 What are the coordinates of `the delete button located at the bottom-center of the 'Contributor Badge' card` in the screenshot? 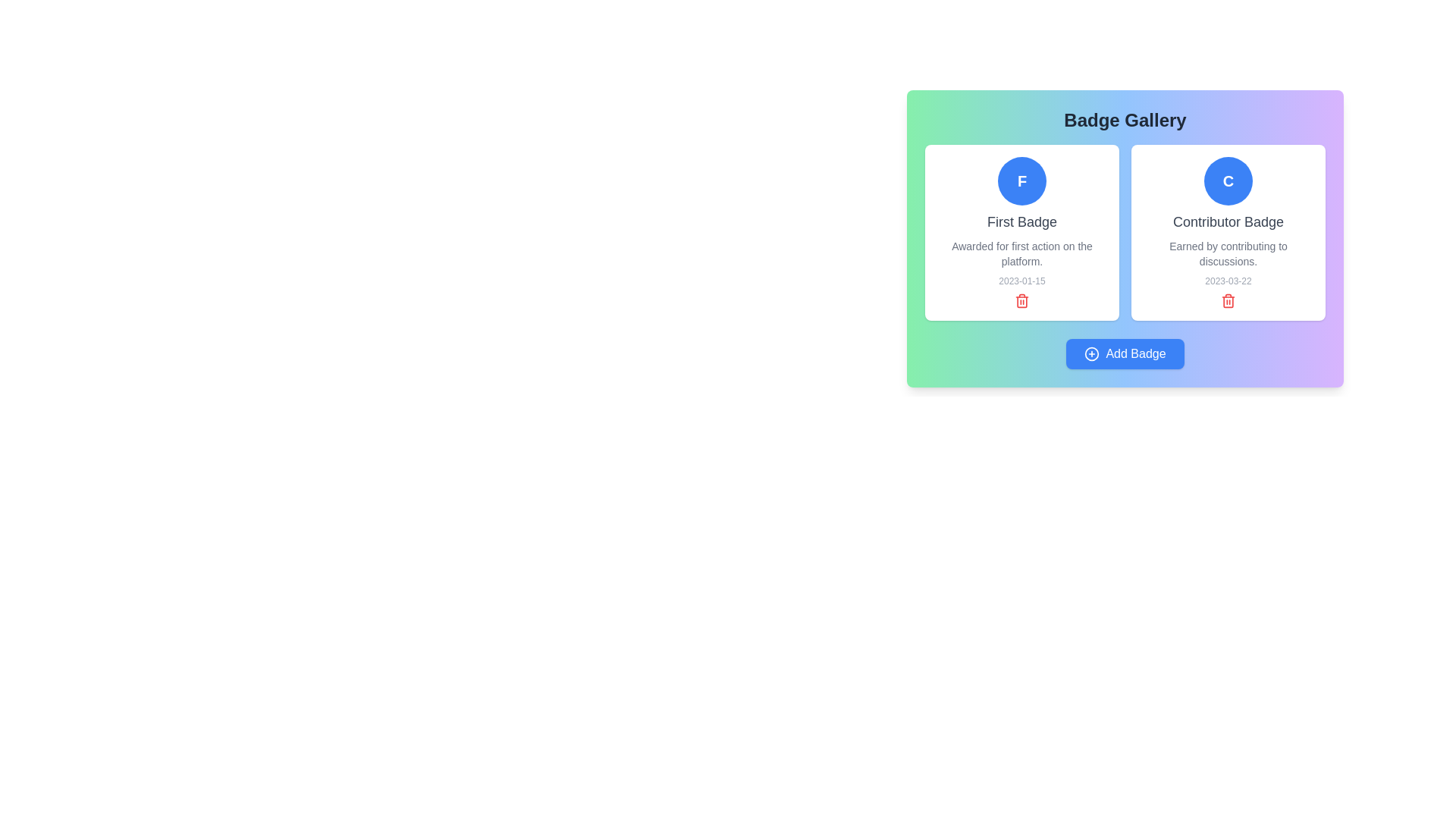 It's located at (1228, 301).